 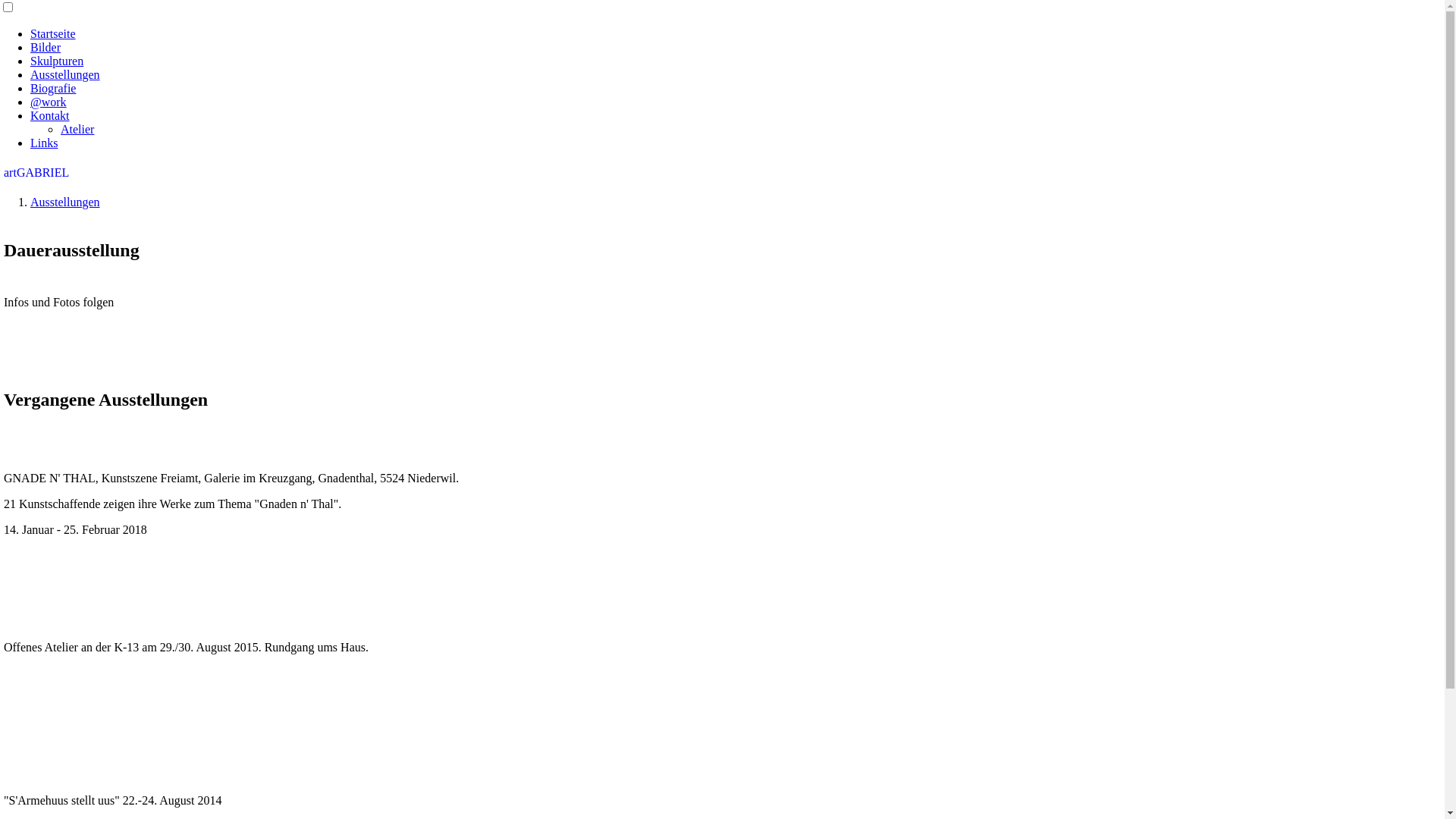 I want to click on 'Links', so click(x=30, y=143).